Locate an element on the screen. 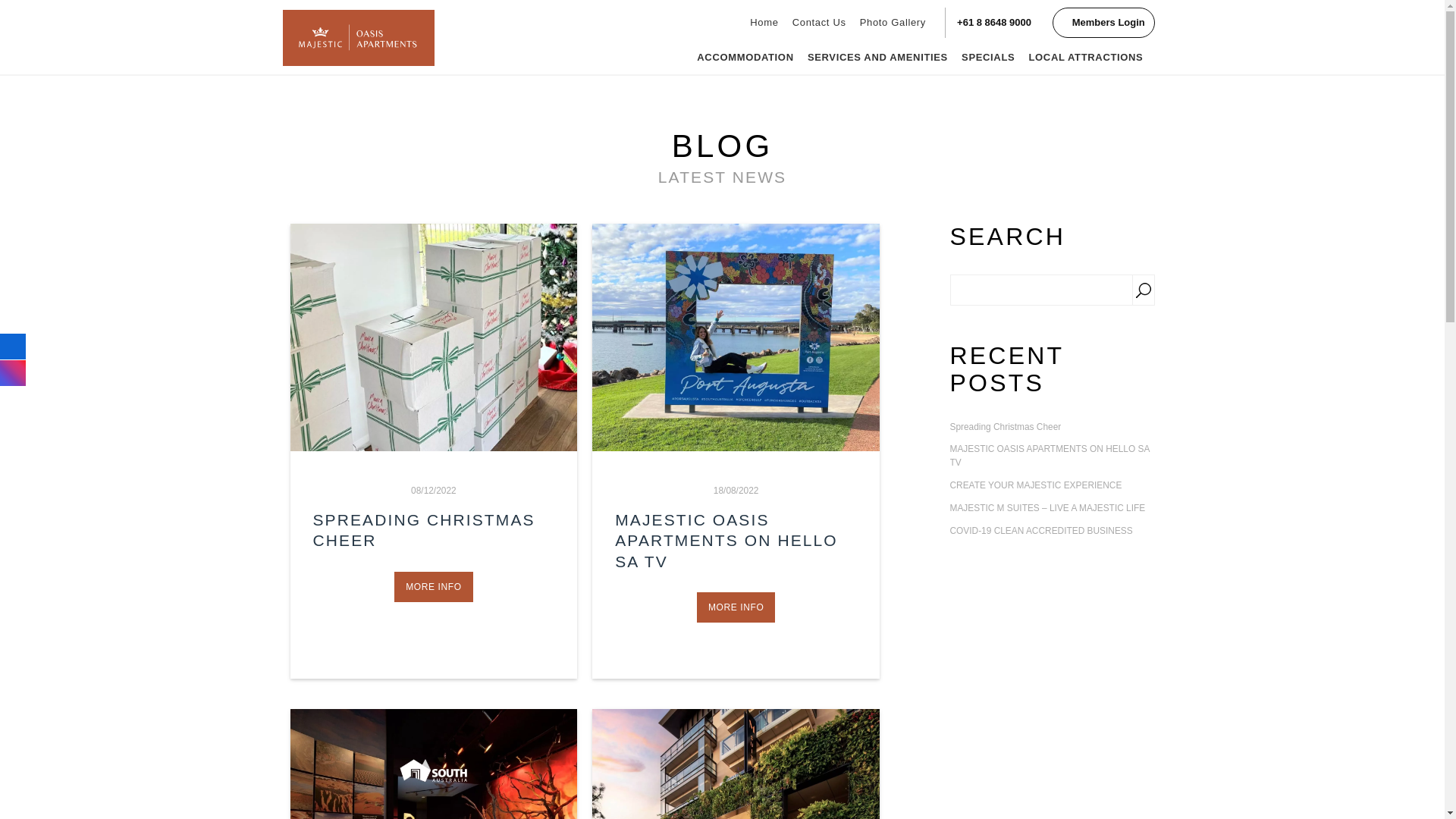 This screenshot has width=1456, height=819. 'Members Login' is located at coordinates (1103, 23).